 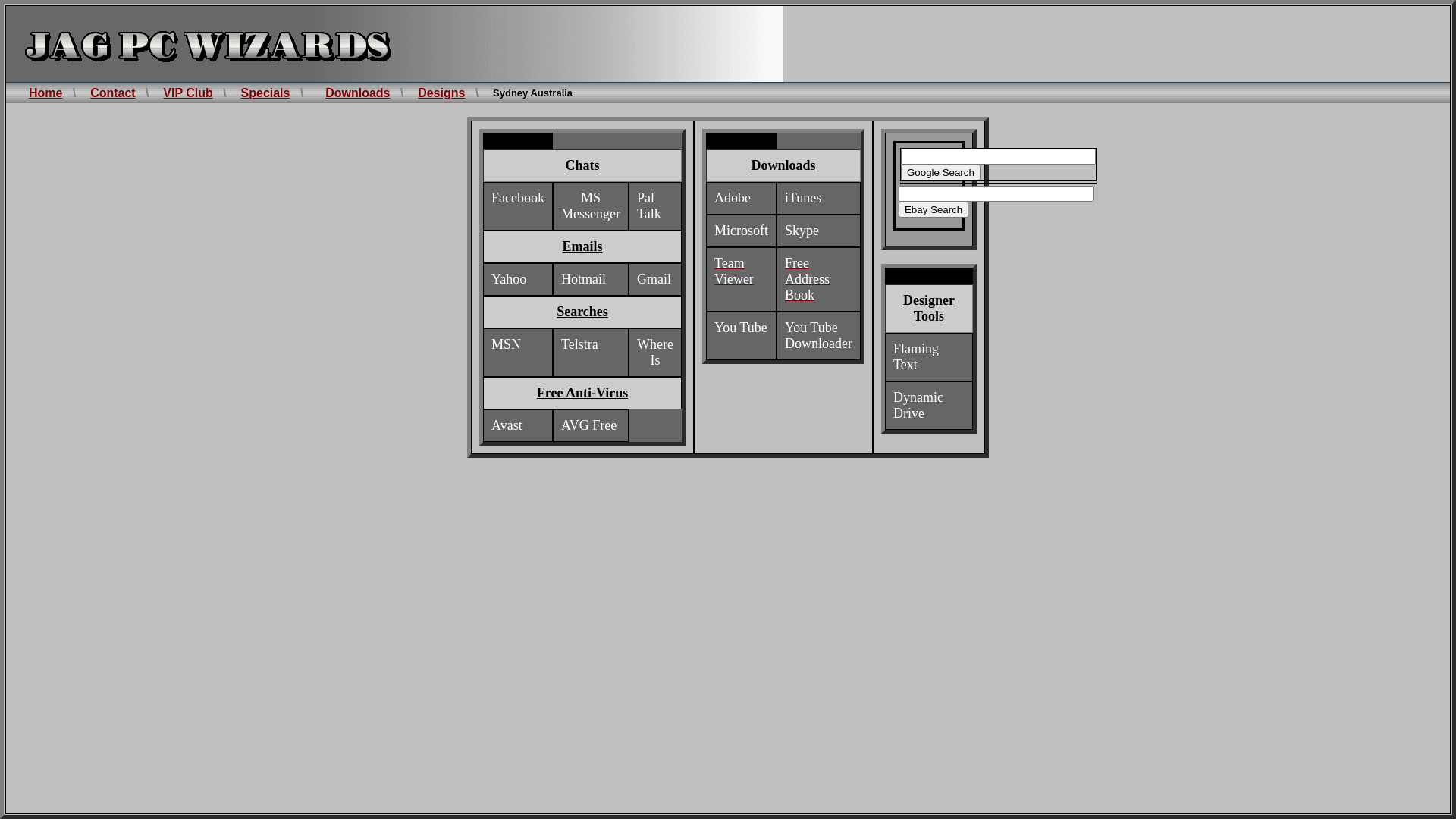 I want to click on 'iTunes', so click(x=785, y=197).